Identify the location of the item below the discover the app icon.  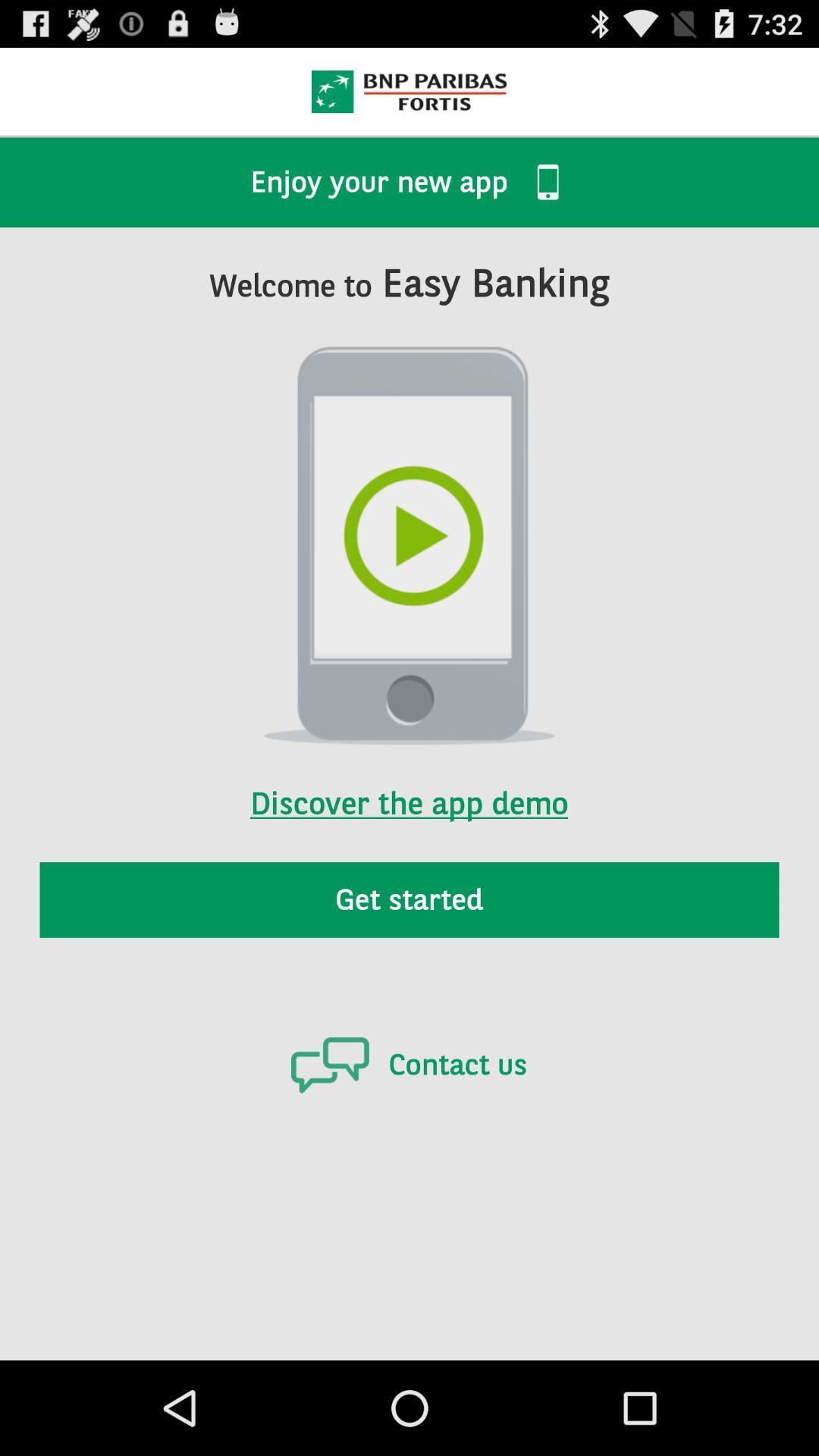
(409, 899).